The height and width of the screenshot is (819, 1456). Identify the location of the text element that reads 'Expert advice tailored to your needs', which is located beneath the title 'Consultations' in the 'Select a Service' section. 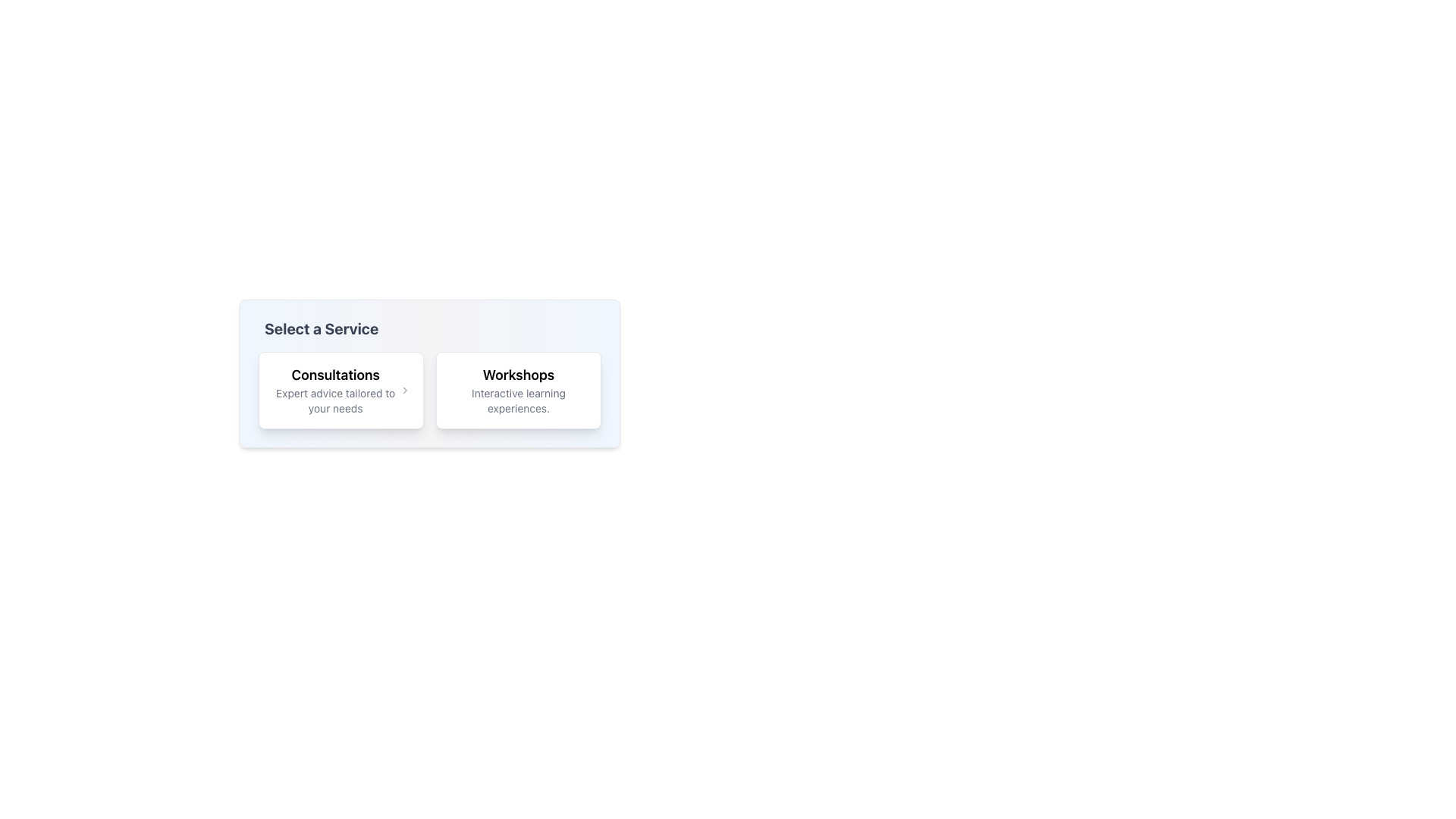
(334, 400).